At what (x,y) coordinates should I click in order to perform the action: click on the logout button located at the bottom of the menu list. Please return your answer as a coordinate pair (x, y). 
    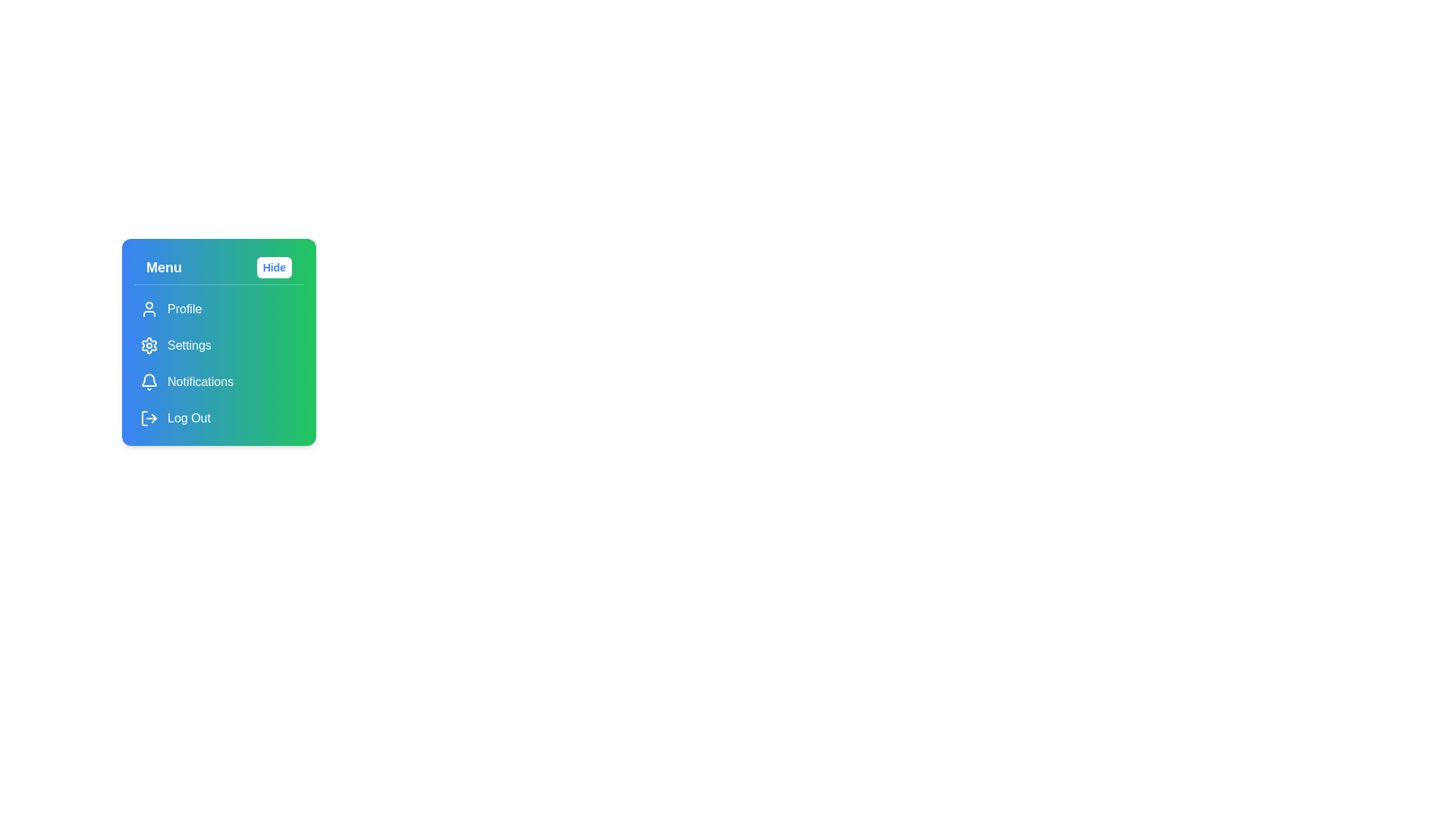
    Looking at the image, I should click on (218, 418).